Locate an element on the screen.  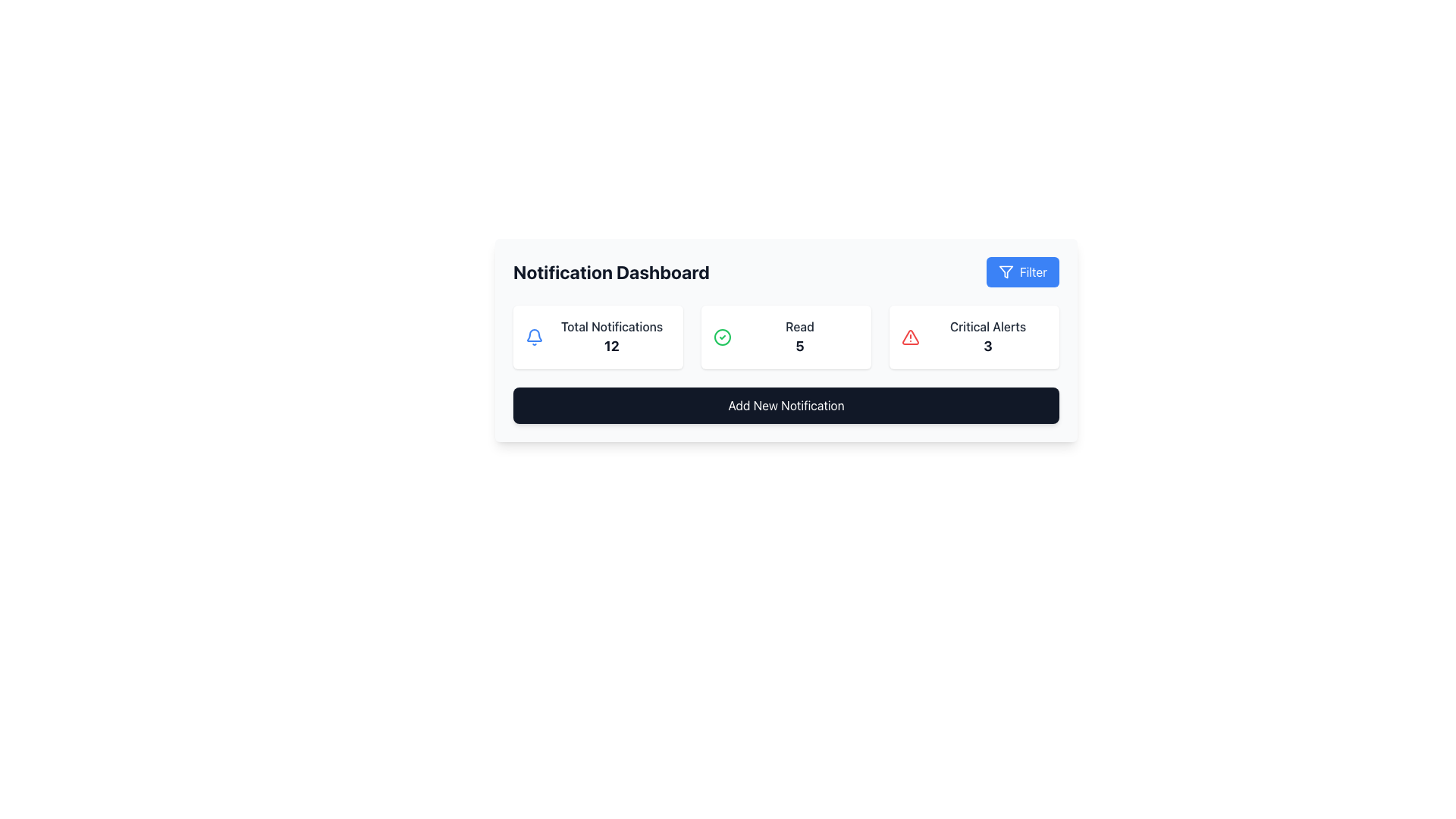
the Label/Statistic Display that shows the count of read notifications, positioned beneath the title 'Read' in the second card of the notification summary section is located at coordinates (799, 346).